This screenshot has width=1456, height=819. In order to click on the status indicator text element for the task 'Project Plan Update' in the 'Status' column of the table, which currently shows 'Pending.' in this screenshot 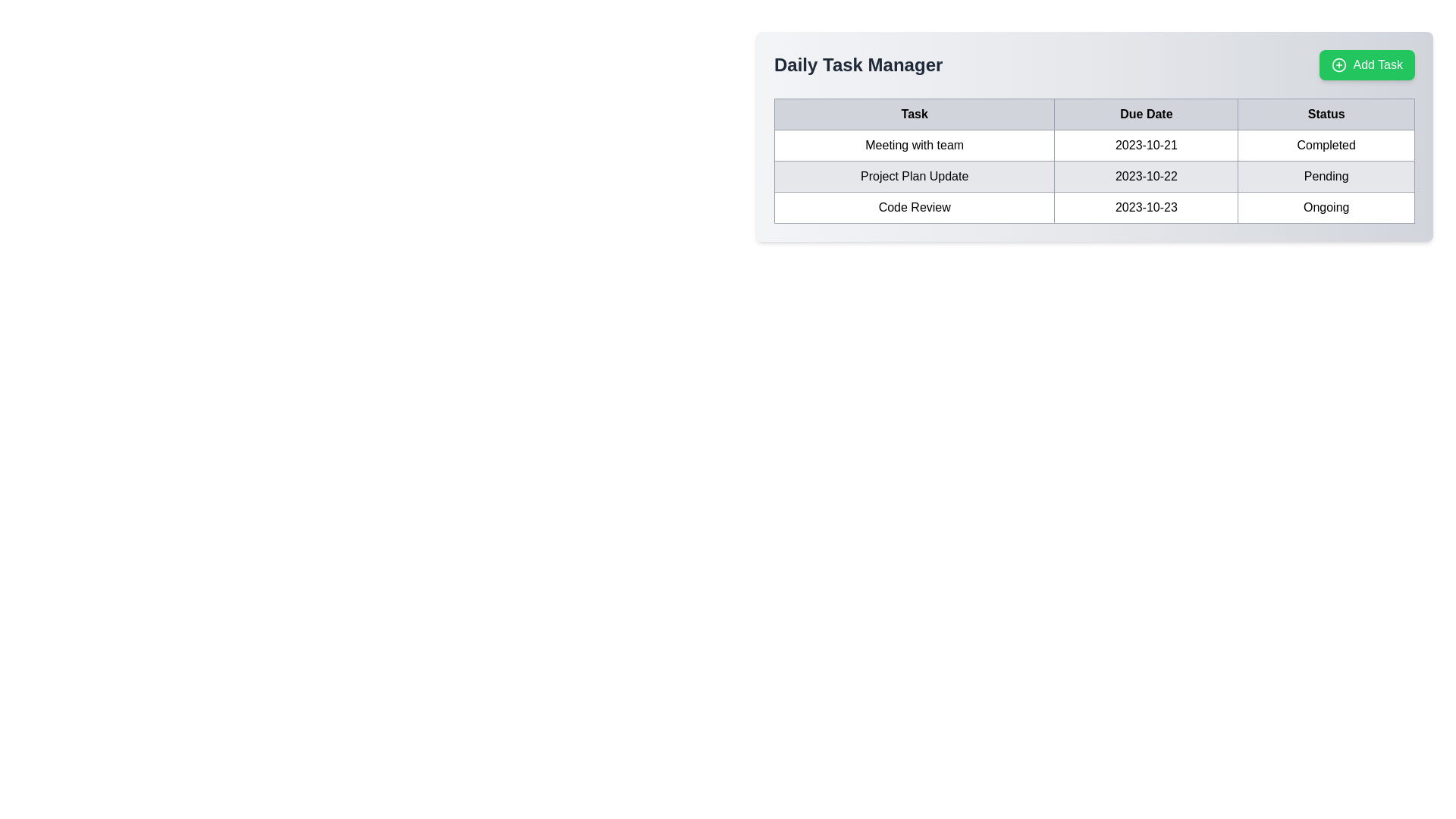, I will do `click(1326, 175)`.